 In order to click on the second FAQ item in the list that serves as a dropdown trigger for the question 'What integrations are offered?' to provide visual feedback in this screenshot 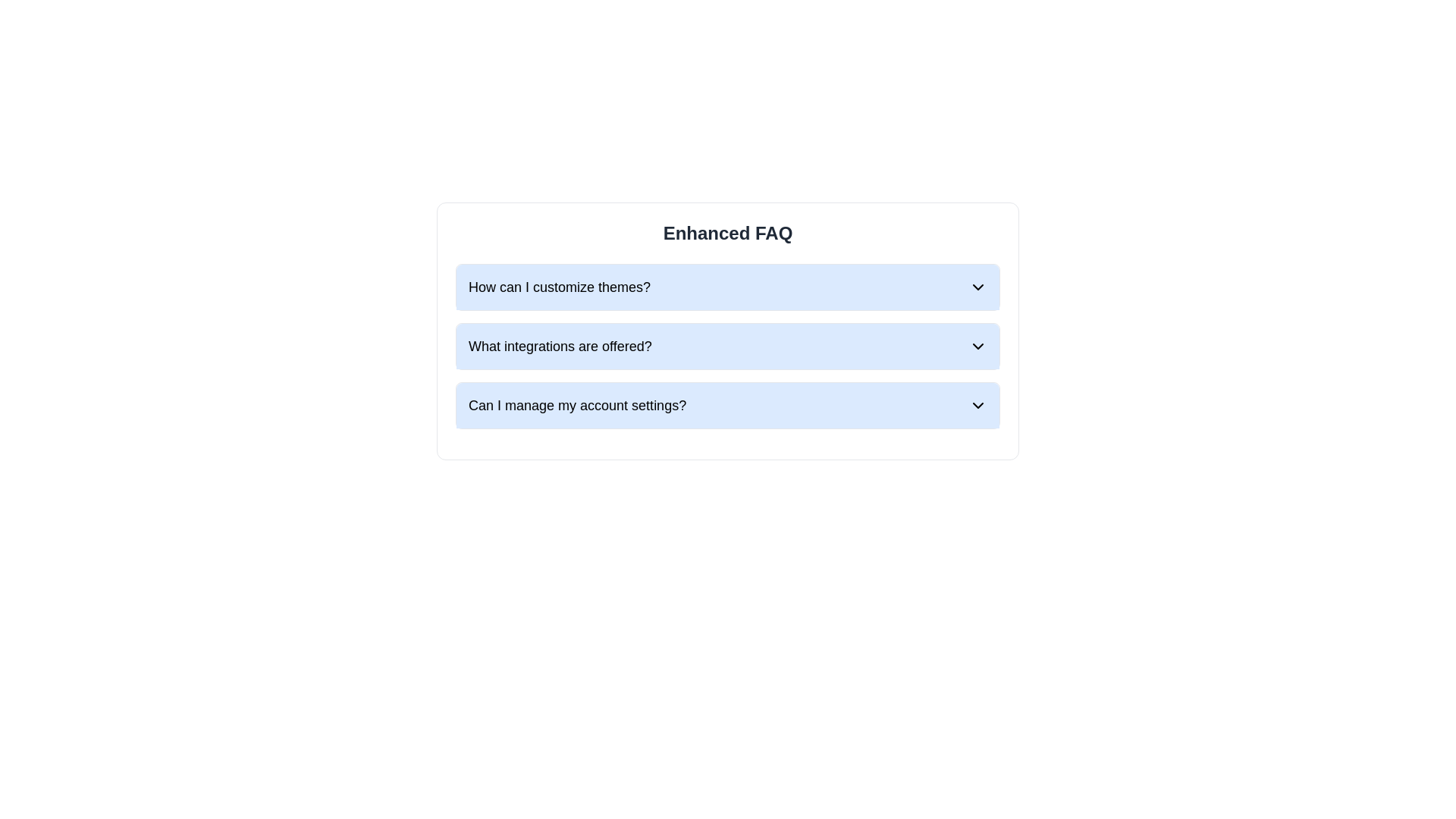, I will do `click(728, 346)`.